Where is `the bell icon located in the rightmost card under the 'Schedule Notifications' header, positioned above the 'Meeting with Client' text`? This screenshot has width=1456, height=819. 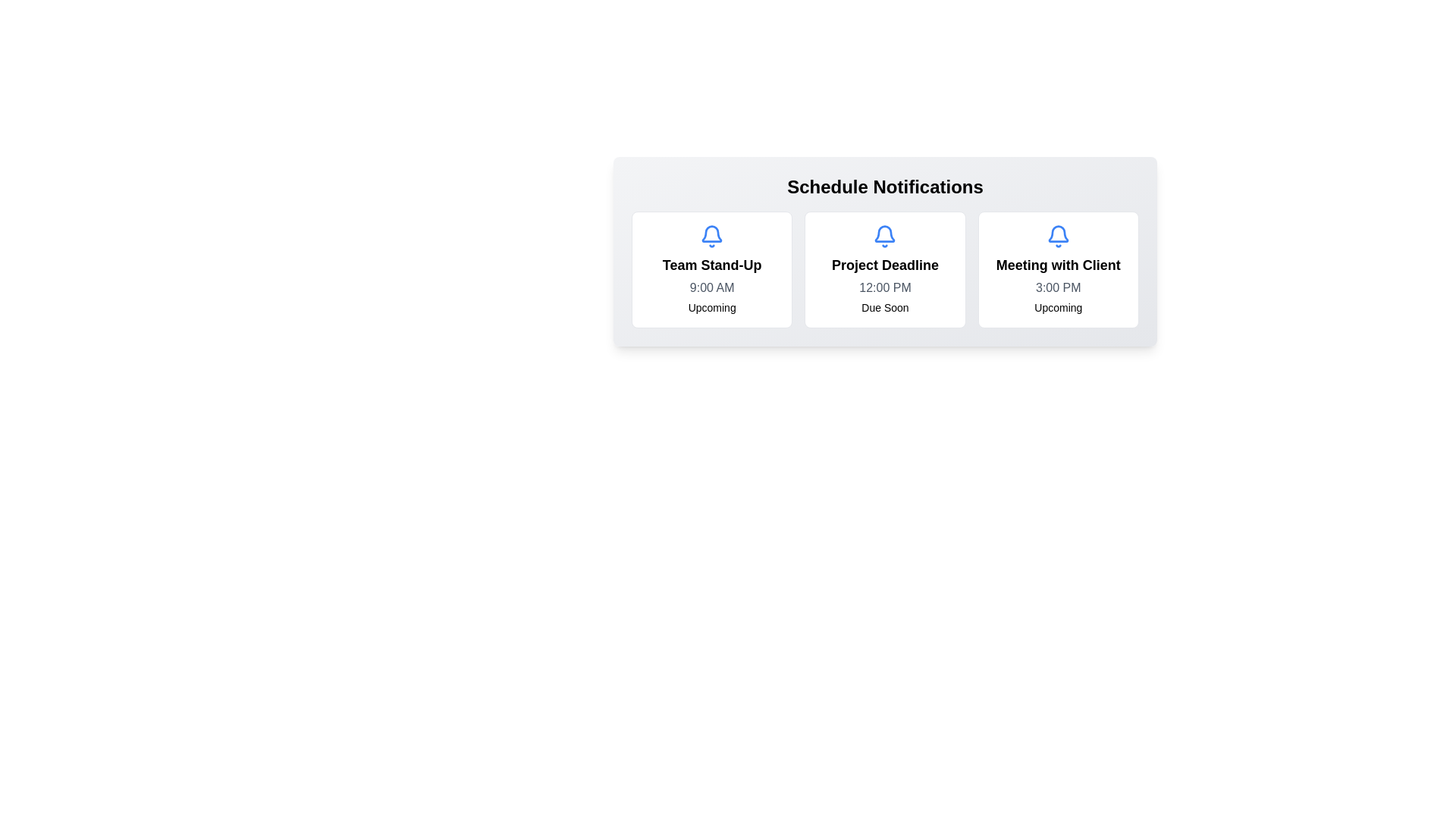
the bell icon located in the rightmost card under the 'Schedule Notifications' header, positioned above the 'Meeting with Client' text is located at coordinates (1057, 237).